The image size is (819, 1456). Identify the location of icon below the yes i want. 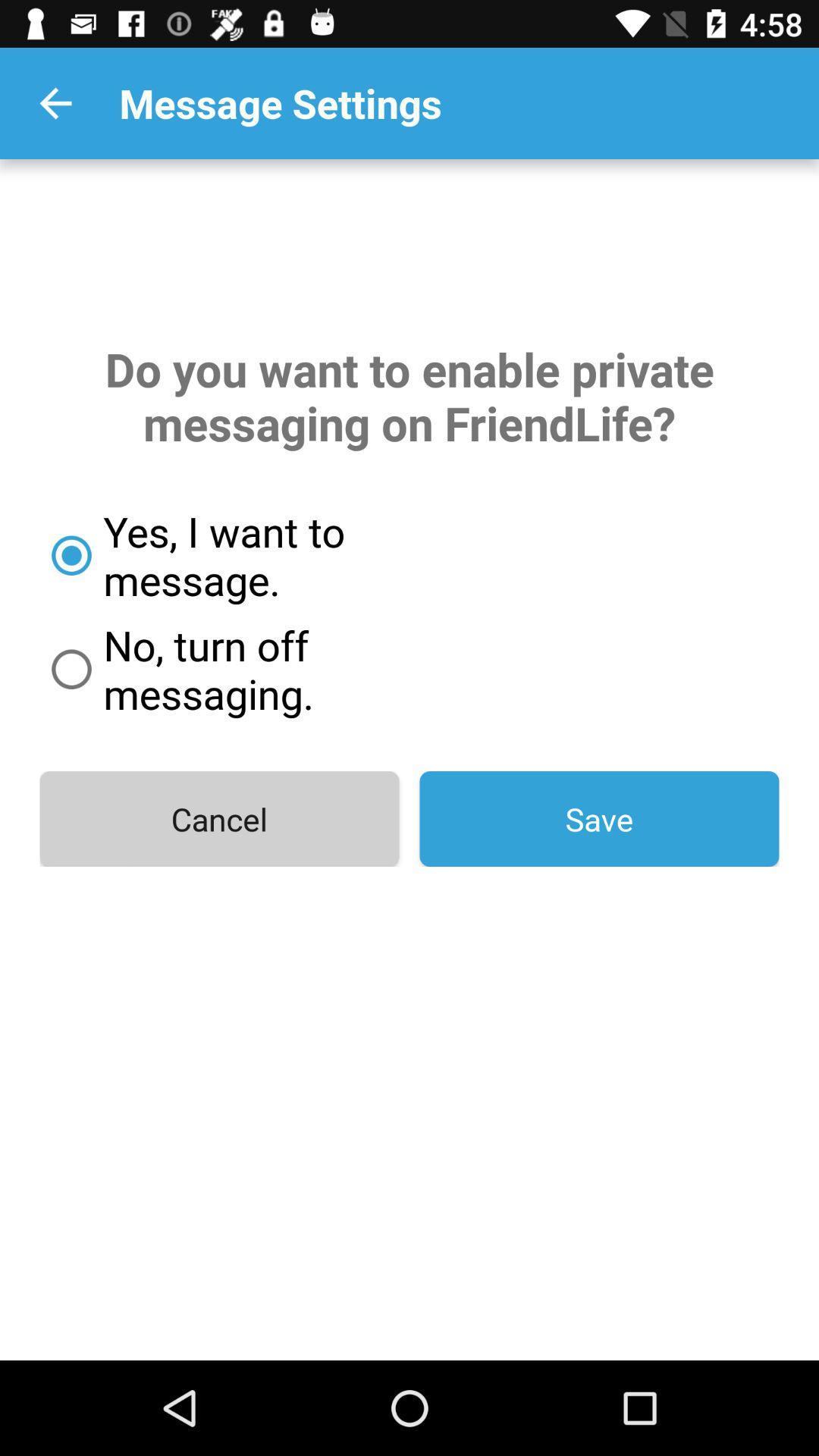
(278, 668).